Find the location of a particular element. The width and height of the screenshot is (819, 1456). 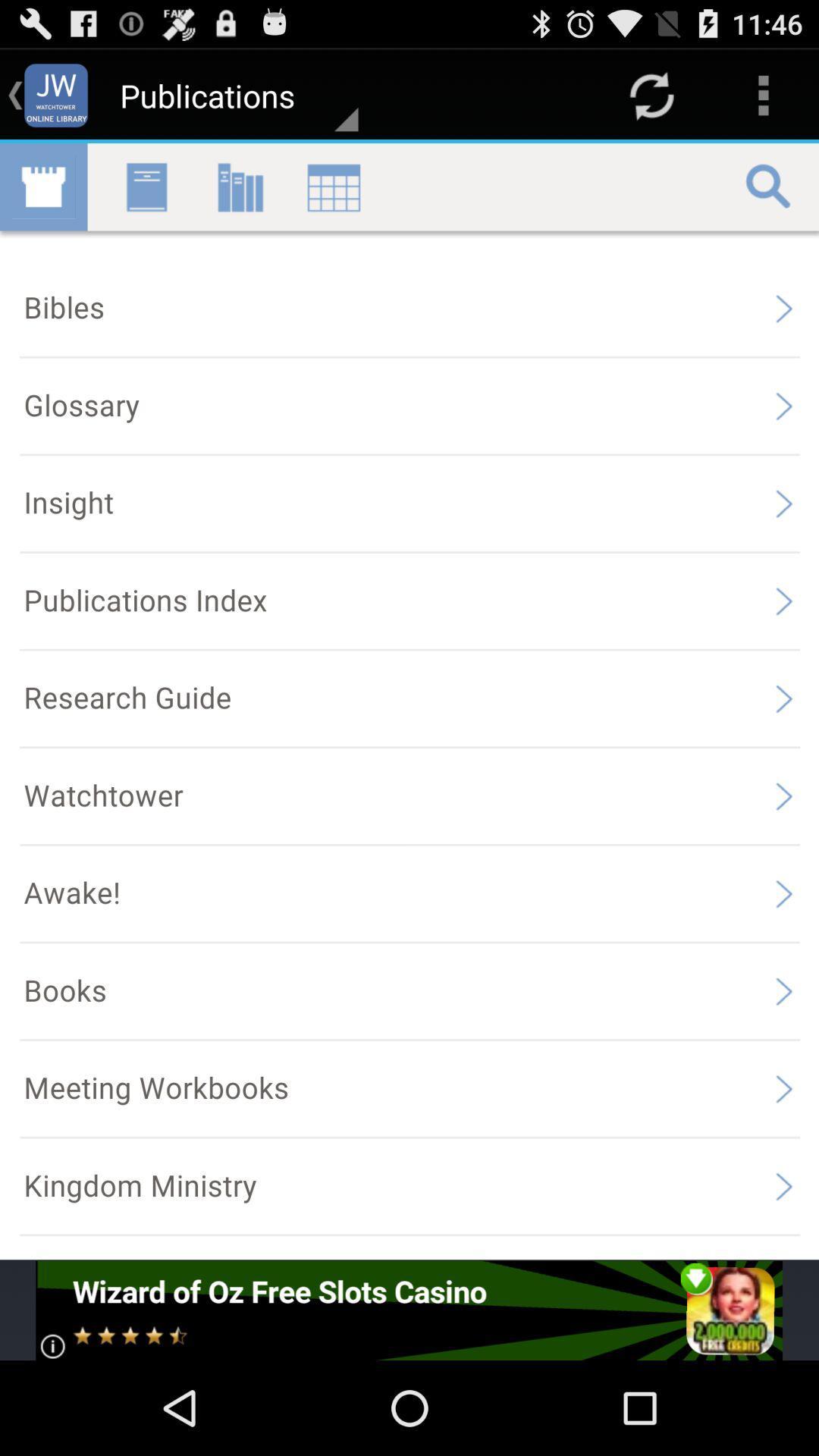

the advertisement is located at coordinates (408, 1310).